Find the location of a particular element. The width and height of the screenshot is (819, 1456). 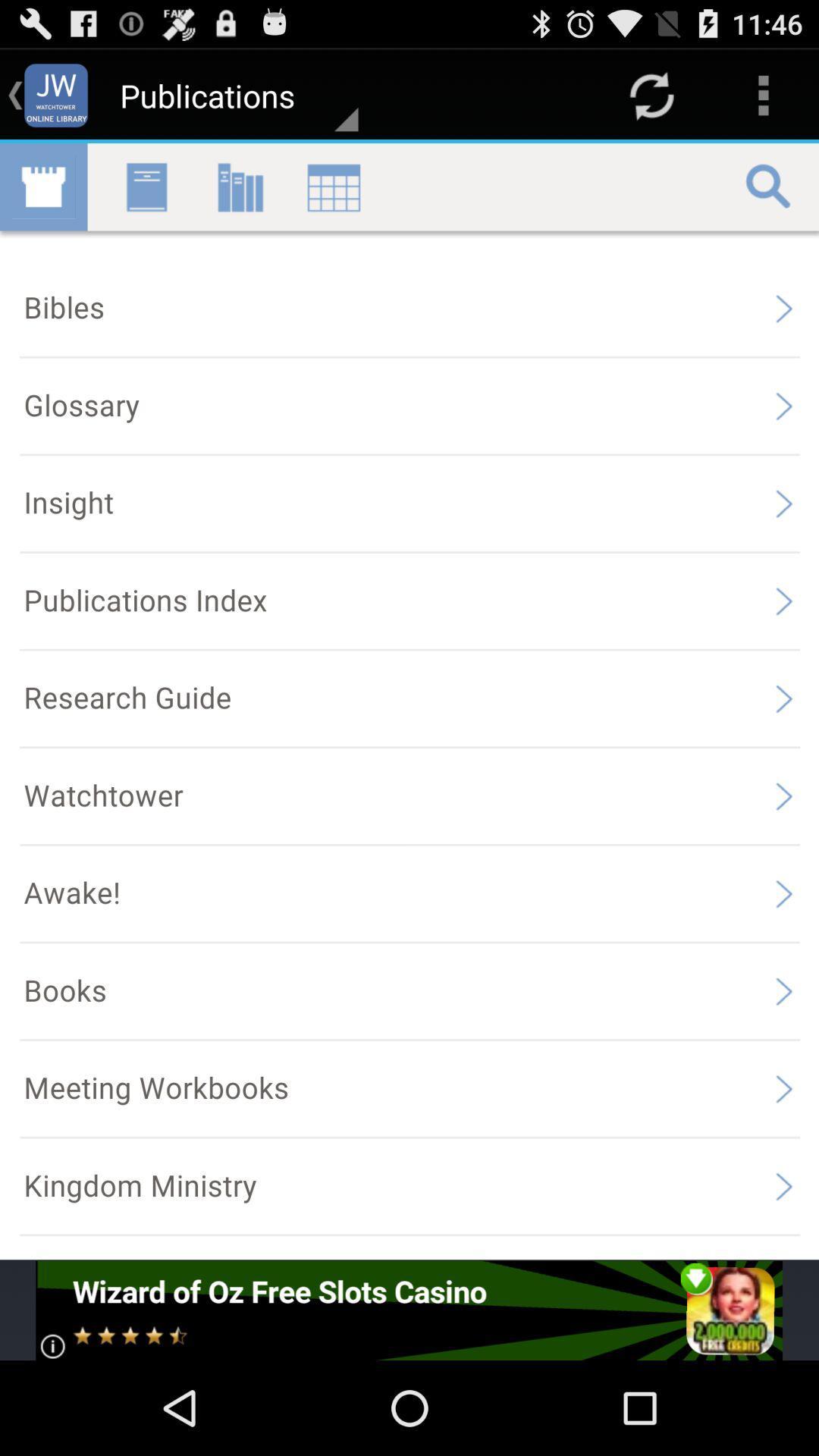

the advertisement is located at coordinates (408, 1310).